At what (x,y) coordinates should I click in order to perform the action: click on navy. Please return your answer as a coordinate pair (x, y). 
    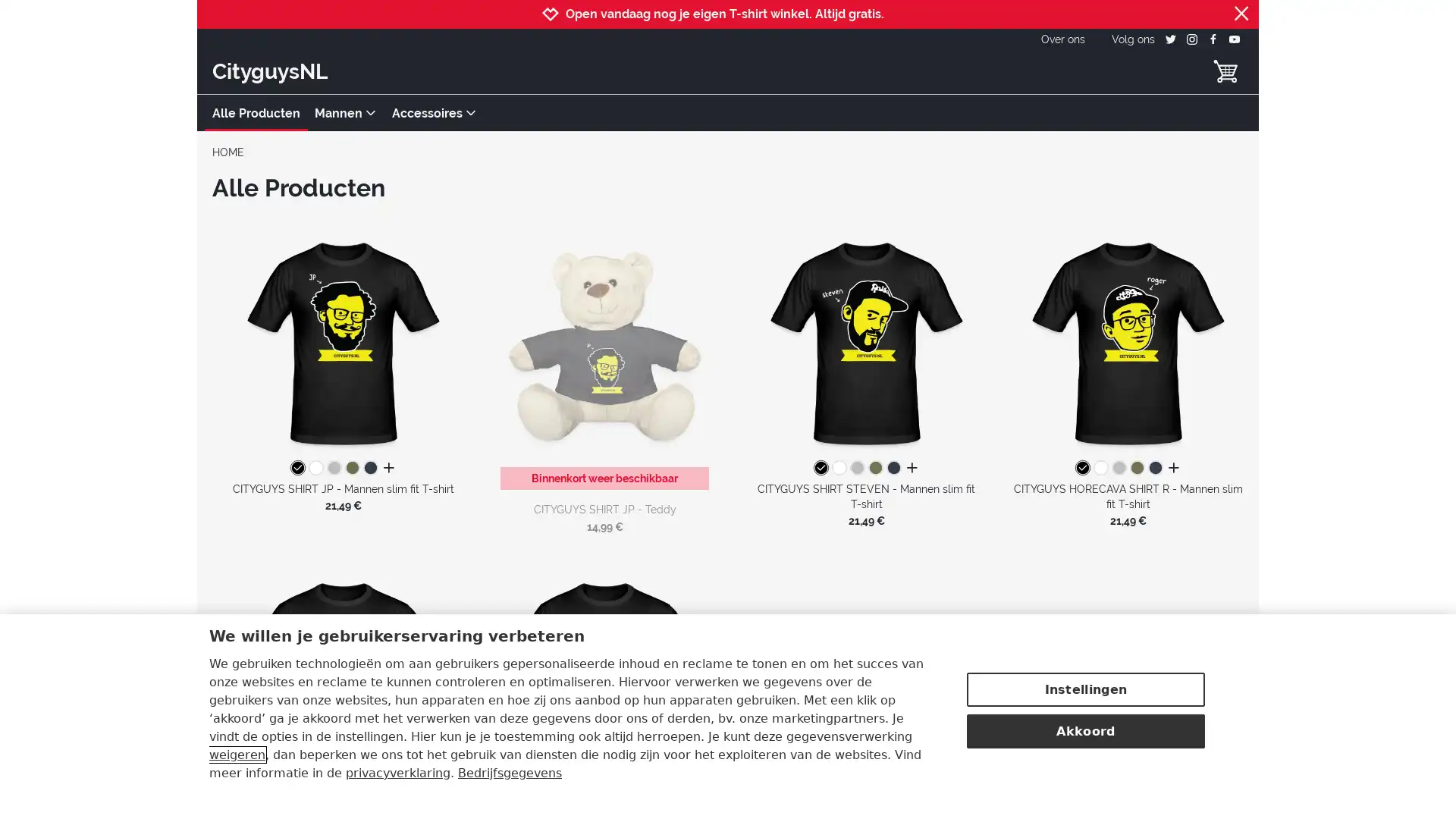
    Looking at the image, I should click on (370, 468).